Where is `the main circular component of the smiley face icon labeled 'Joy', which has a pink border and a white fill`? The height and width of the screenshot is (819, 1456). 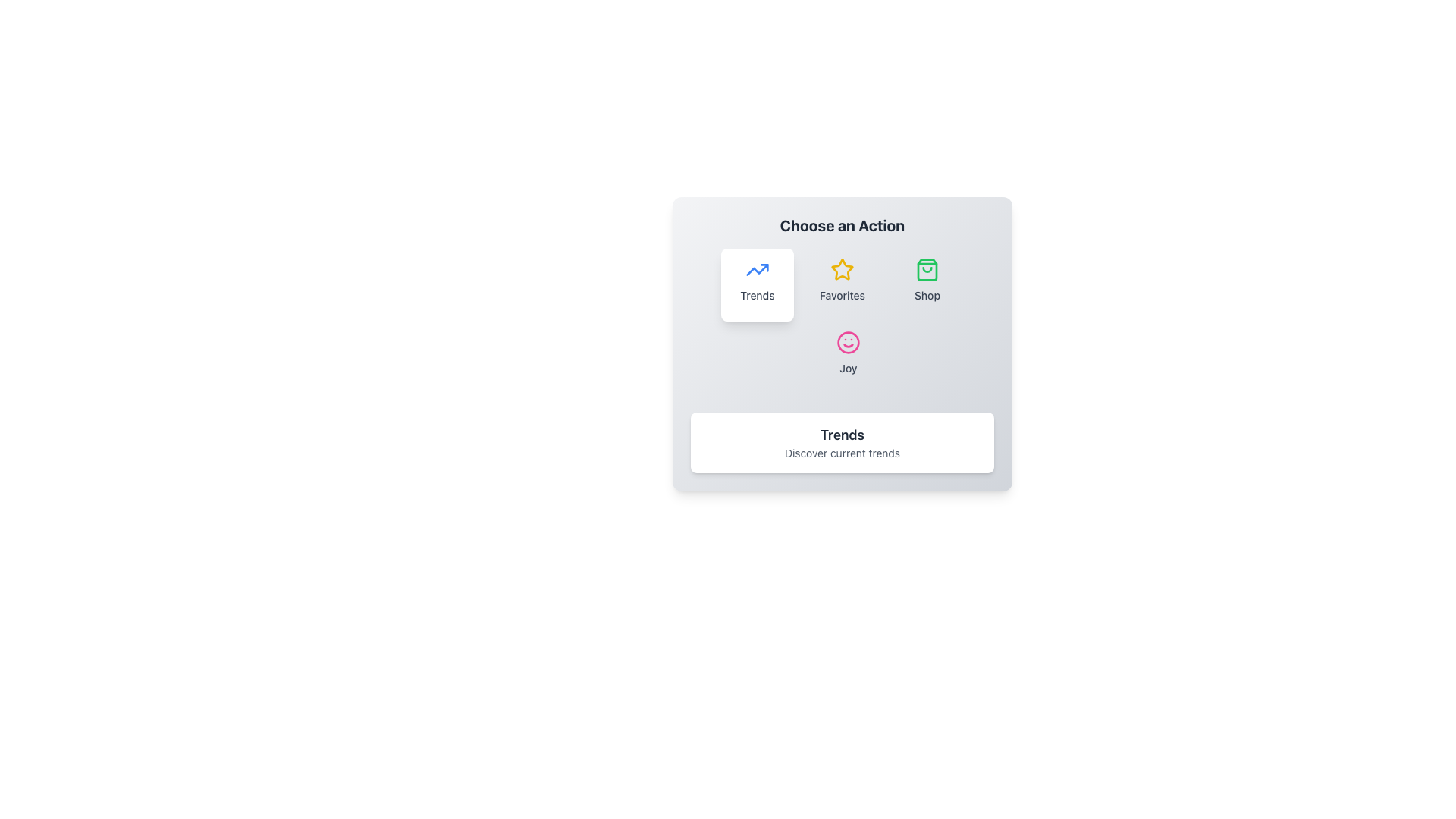
the main circular component of the smiley face icon labeled 'Joy', which has a pink border and a white fill is located at coordinates (847, 342).